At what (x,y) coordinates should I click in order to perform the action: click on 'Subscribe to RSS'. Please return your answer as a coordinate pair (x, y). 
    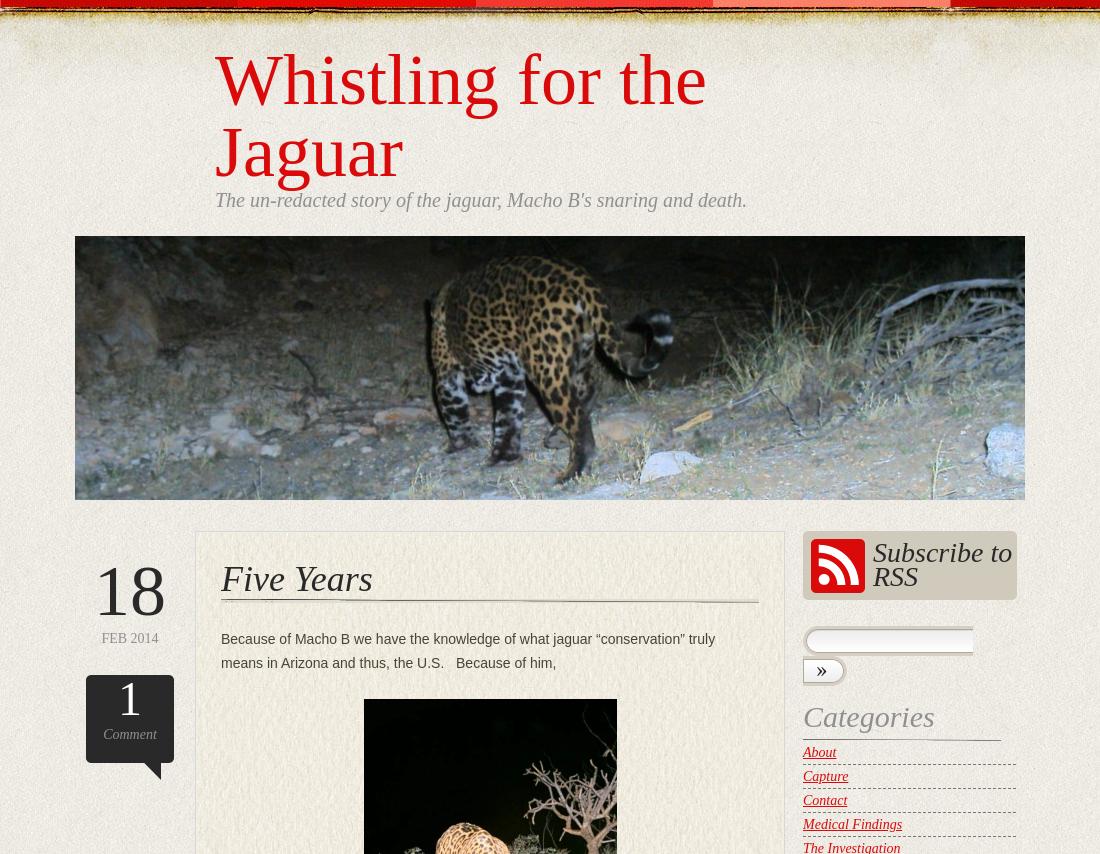
    Looking at the image, I should click on (942, 563).